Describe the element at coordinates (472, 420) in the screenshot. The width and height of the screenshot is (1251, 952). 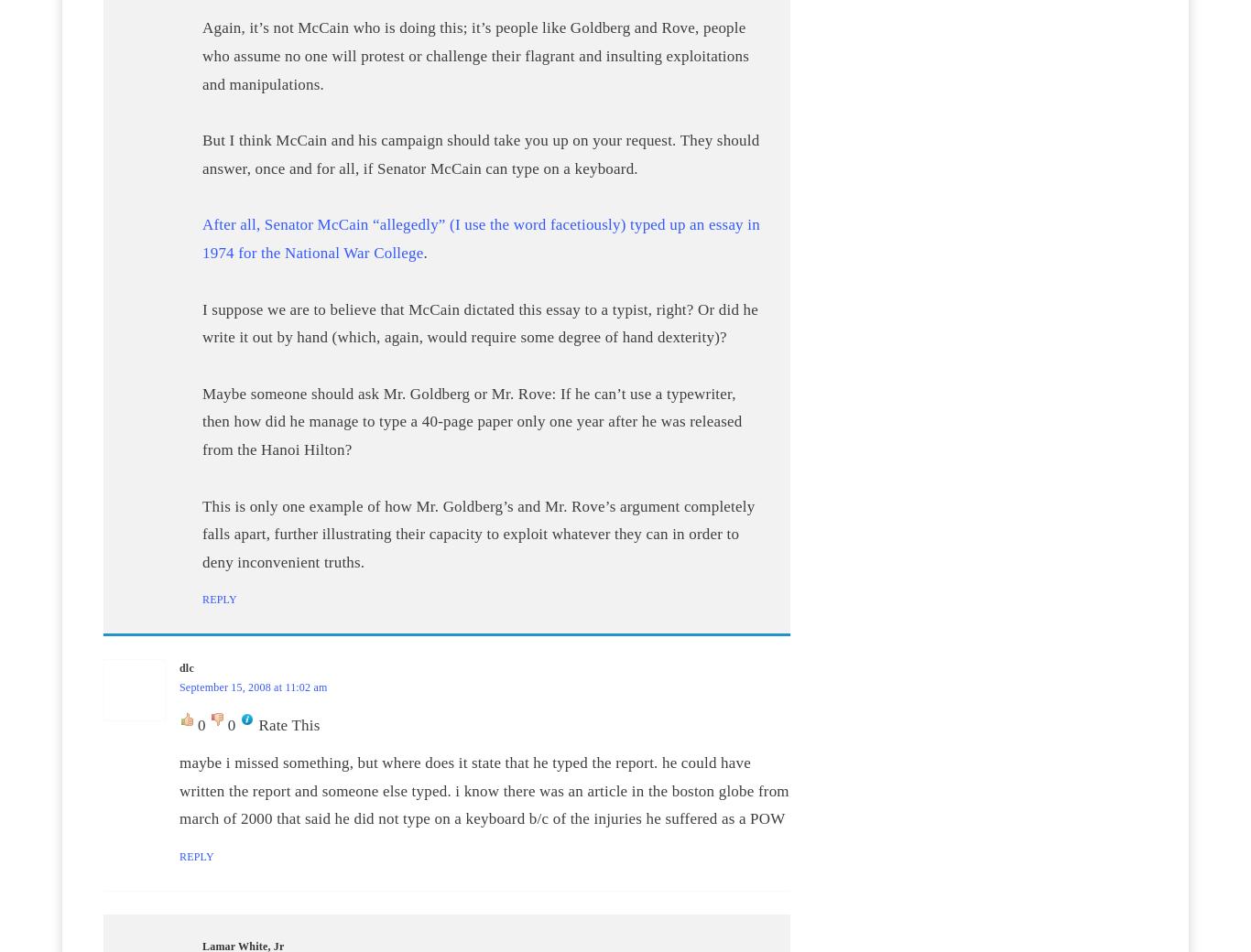
I see `'Maybe someone should ask Mr. Goldberg or Mr. Rove: If he can’t use a typewriter, then how did he manage to type a 40-page paper only one year after he was released from the Hanoi Hilton?'` at that location.